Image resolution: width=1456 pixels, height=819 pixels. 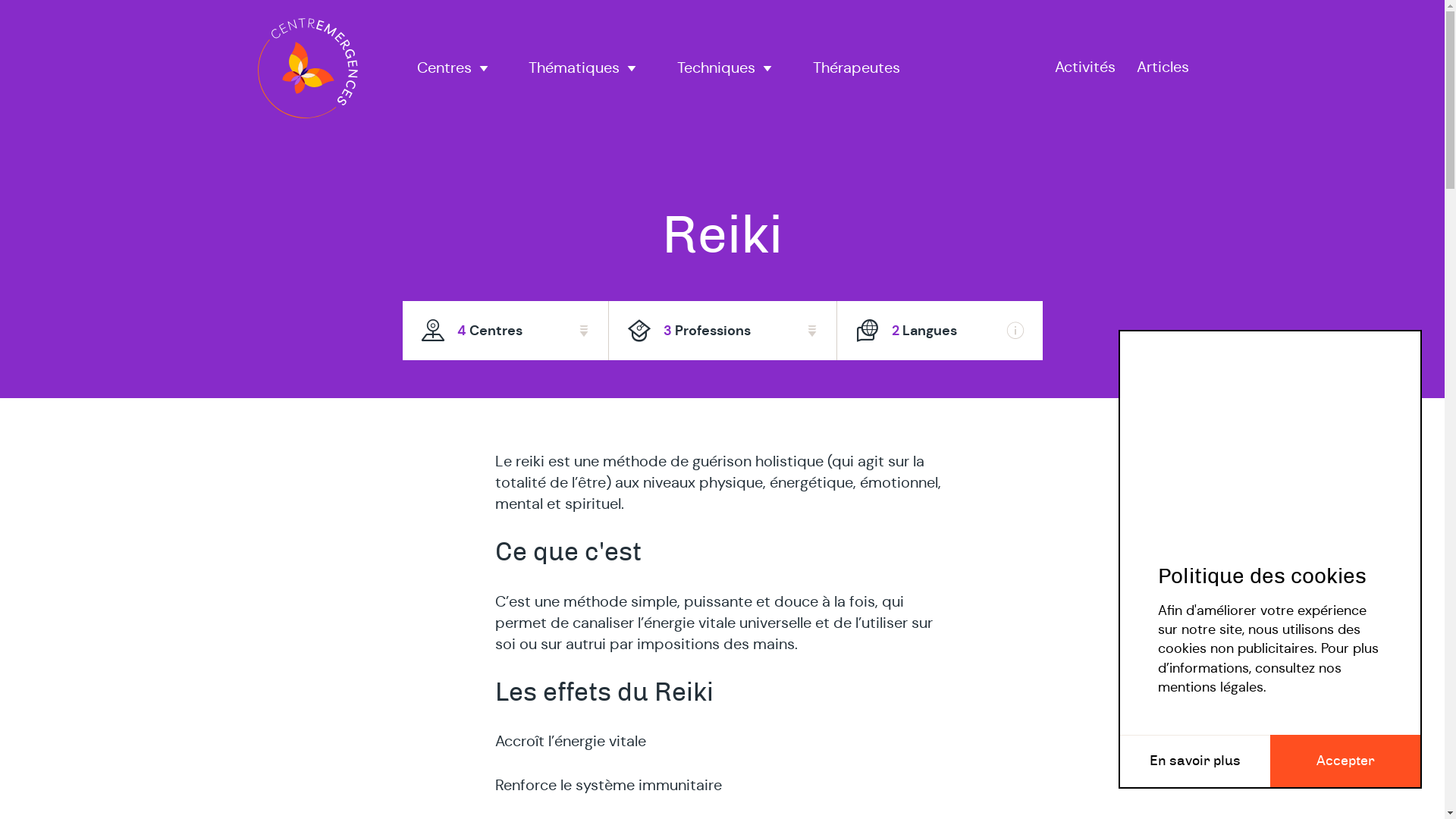 I want to click on 'Articles', so click(x=1161, y=67).